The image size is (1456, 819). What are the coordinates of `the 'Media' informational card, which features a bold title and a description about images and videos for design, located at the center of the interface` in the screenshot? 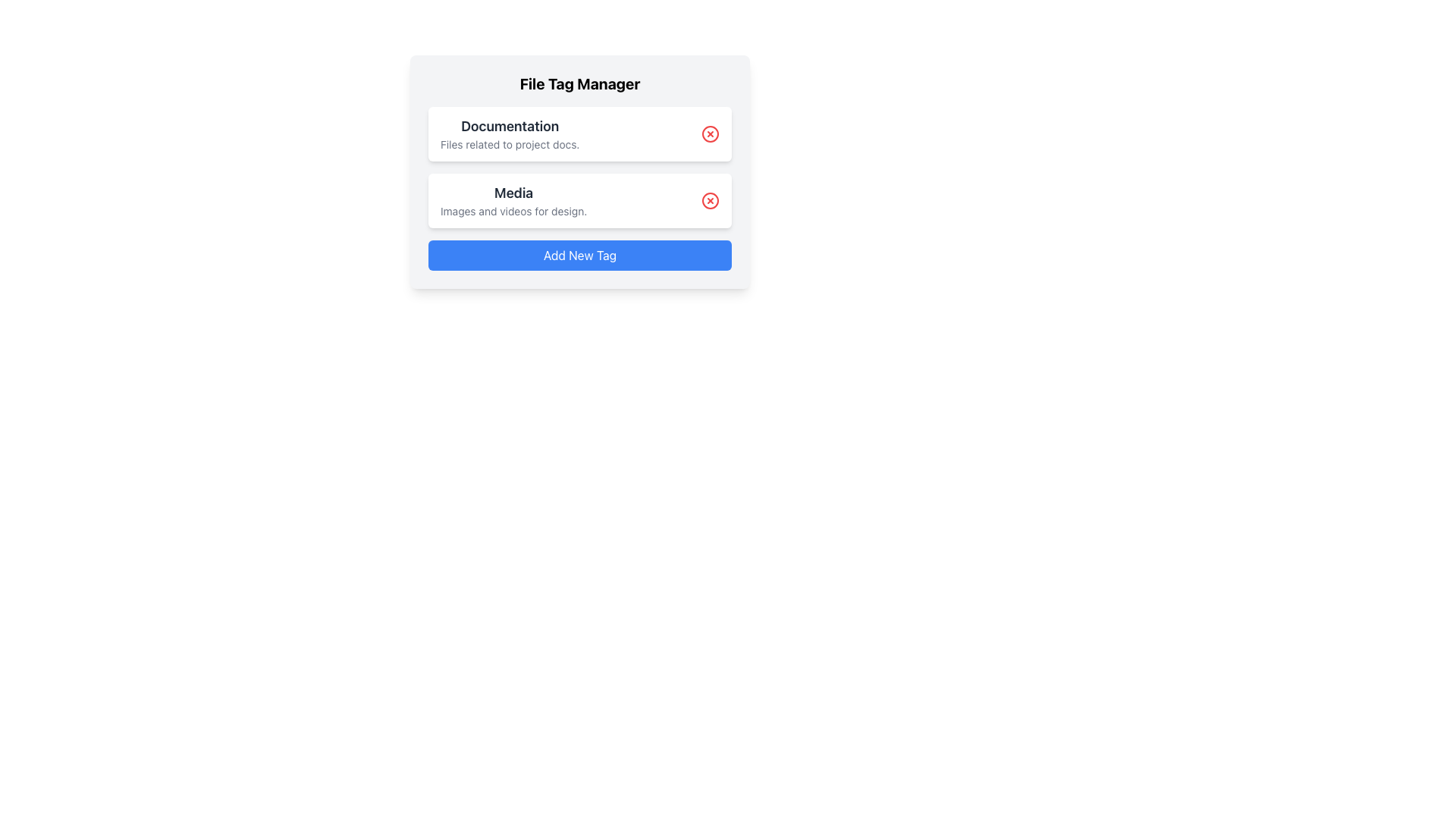 It's located at (579, 200).